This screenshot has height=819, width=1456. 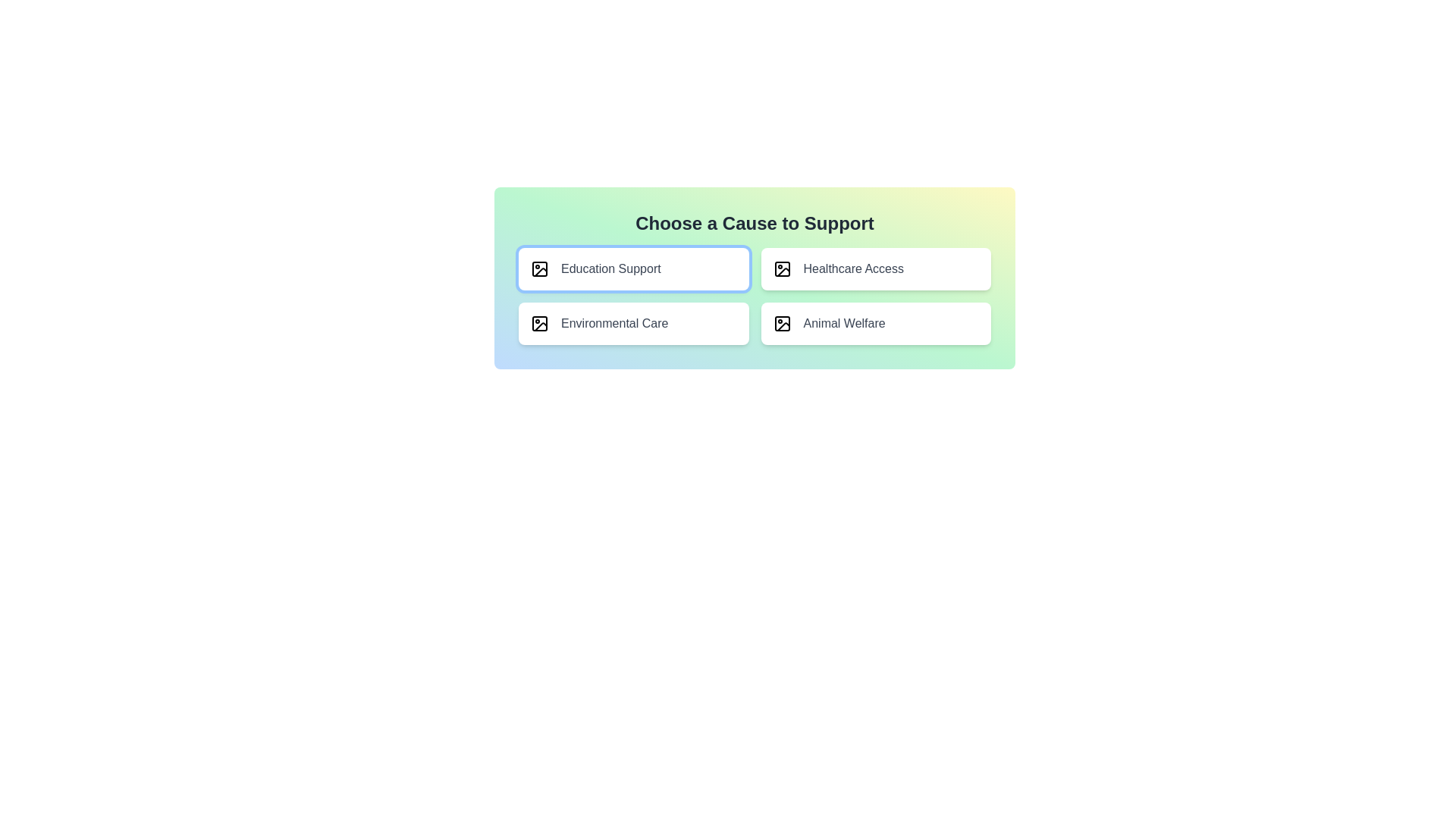 What do you see at coordinates (843, 323) in the screenshot?
I see `the 'Animal Welfare' text label which is part of a button in the fourth cell of a 2x2 grid layout, positioned below 'Healthcare Access' and` at bounding box center [843, 323].